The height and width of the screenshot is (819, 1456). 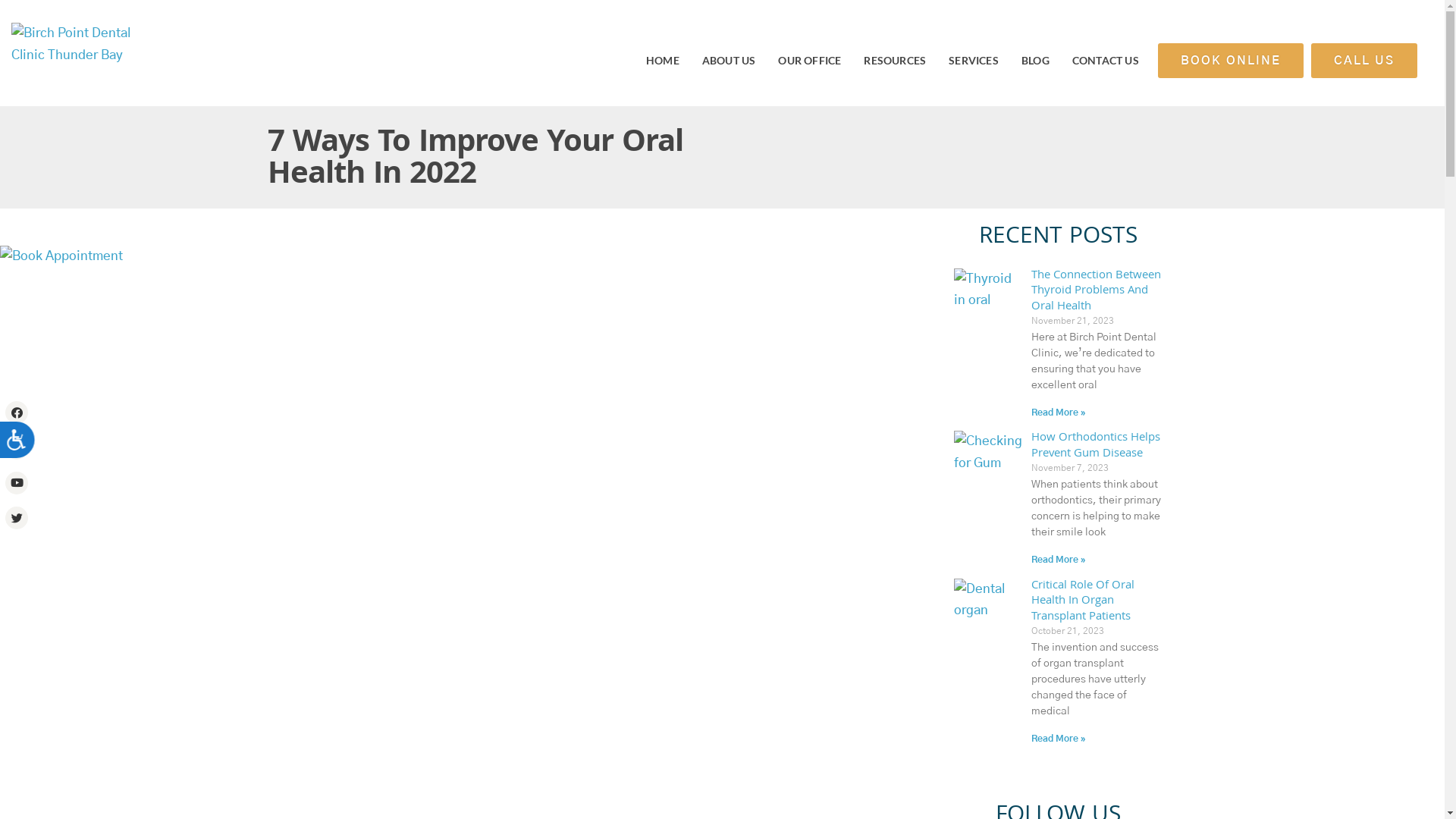 What do you see at coordinates (1364, 60) in the screenshot?
I see `'CALL US'` at bounding box center [1364, 60].